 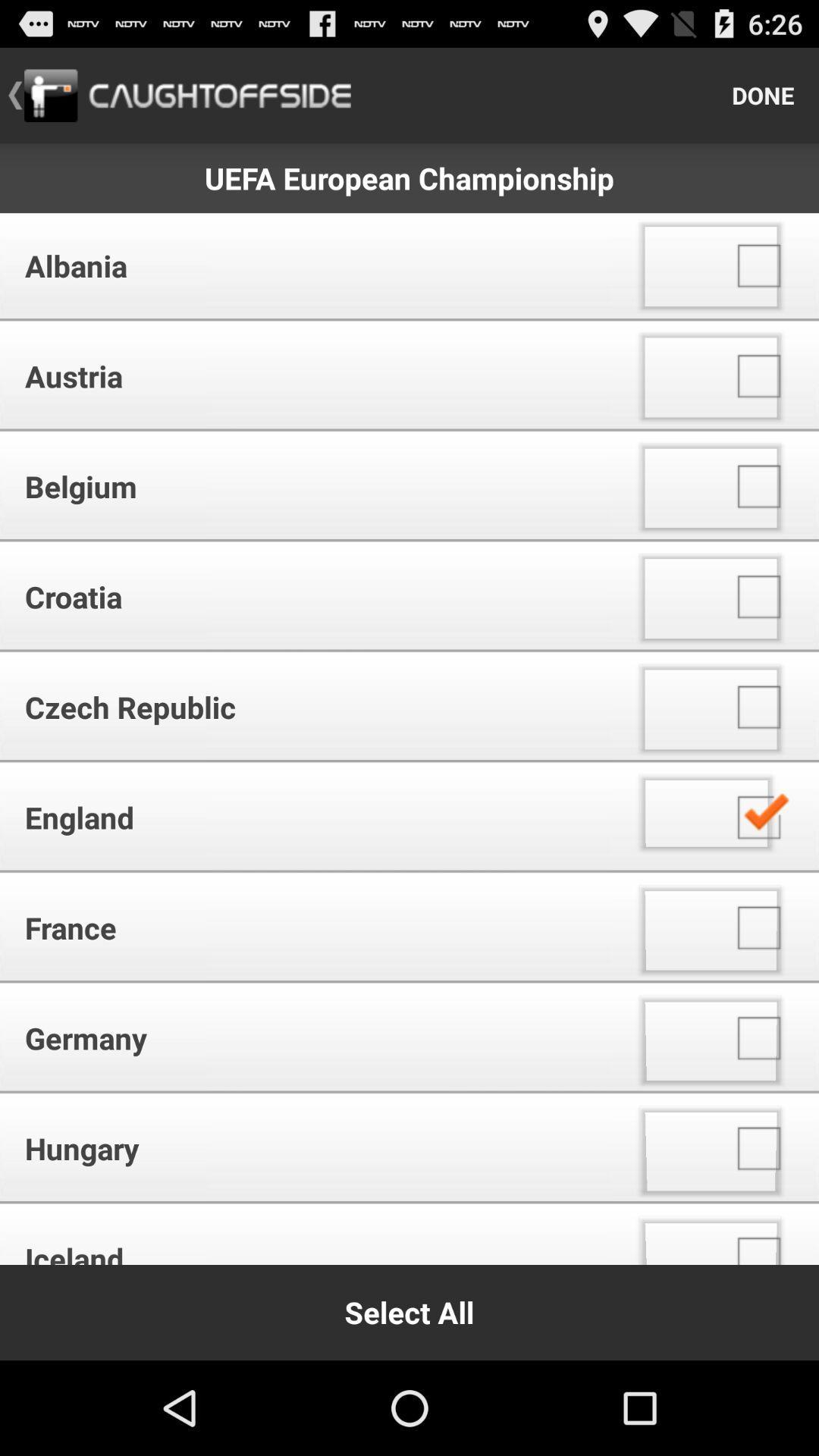 I want to click on the item above select all, so click(x=310, y=1237).